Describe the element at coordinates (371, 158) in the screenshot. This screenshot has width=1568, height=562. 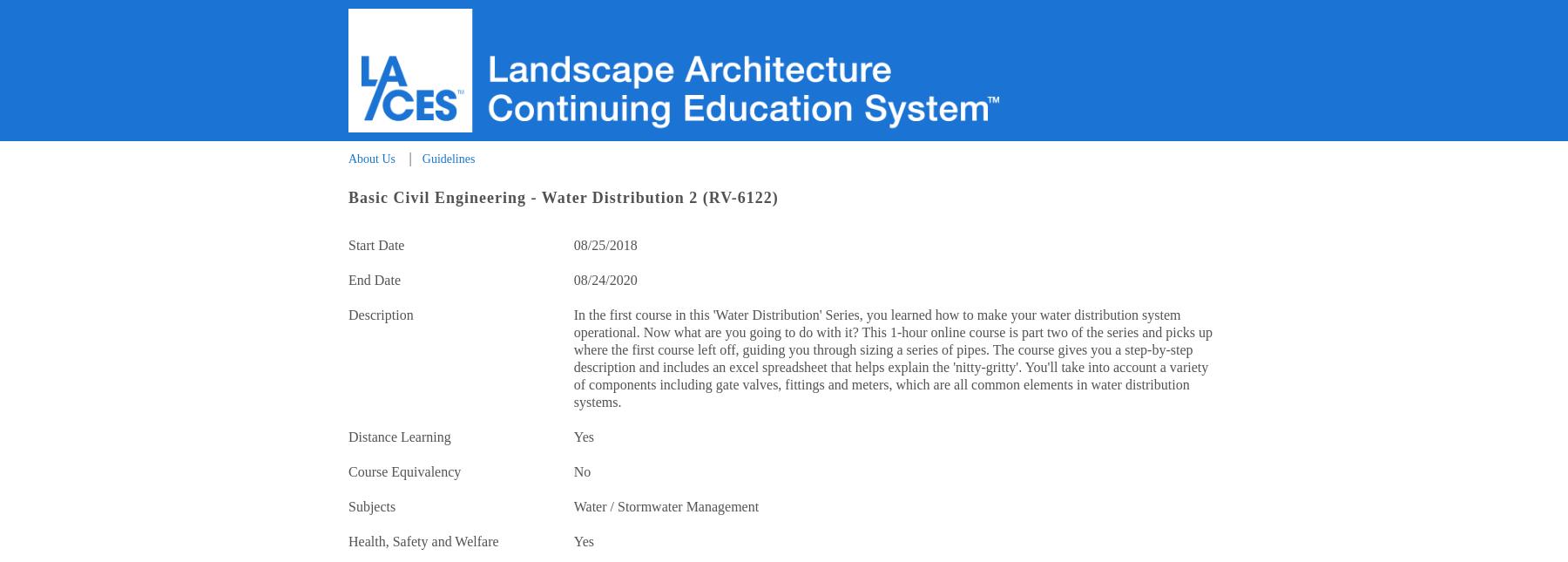
I see `'About Us'` at that location.